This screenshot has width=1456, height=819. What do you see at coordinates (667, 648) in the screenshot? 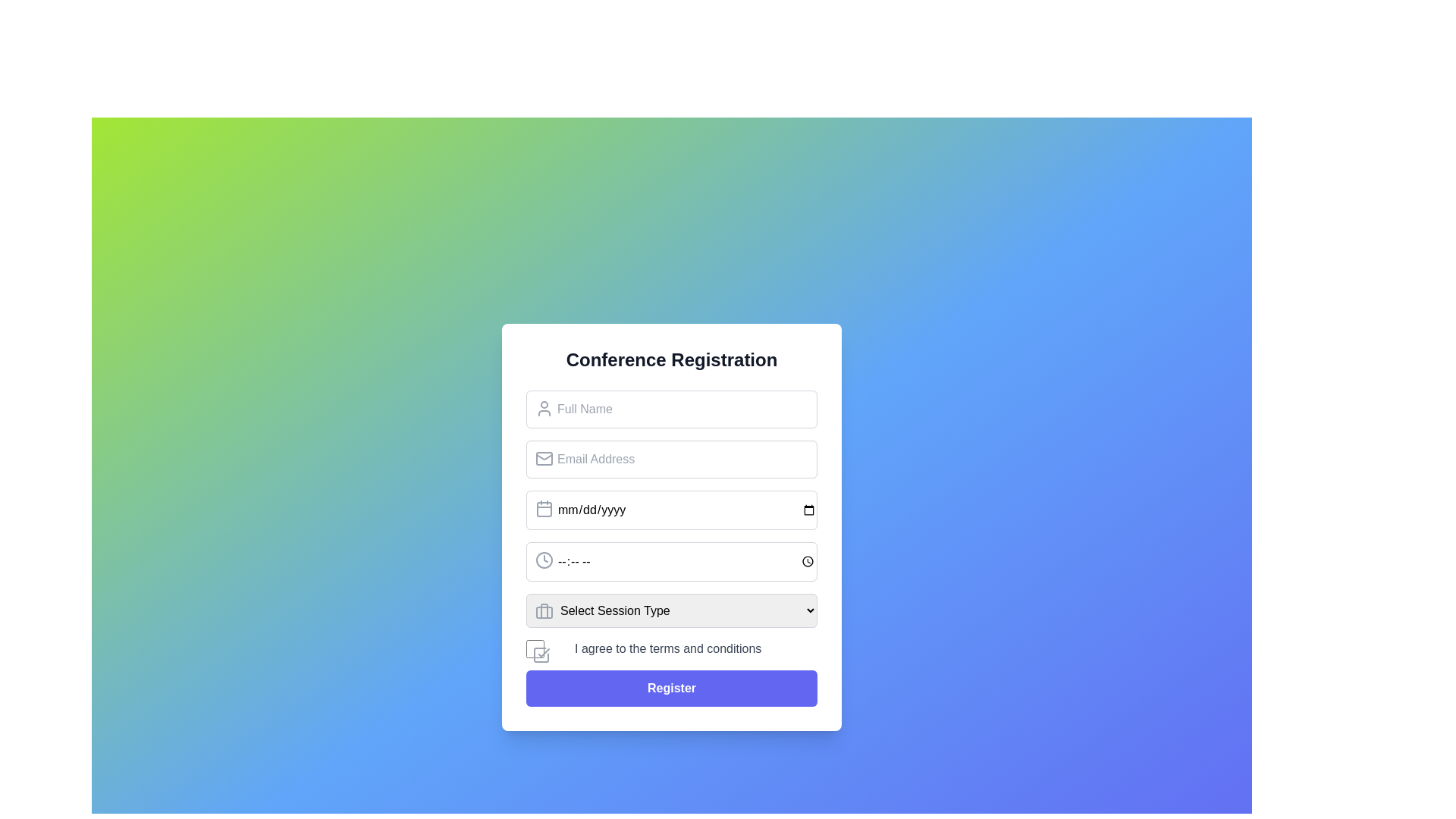
I see `the text label displaying 'I agree to the terms and conditions', which is aligned to the right of the 'agreement' checkbox, located below the 'Select Session Type' dropdown and above the 'Register' button` at bounding box center [667, 648].